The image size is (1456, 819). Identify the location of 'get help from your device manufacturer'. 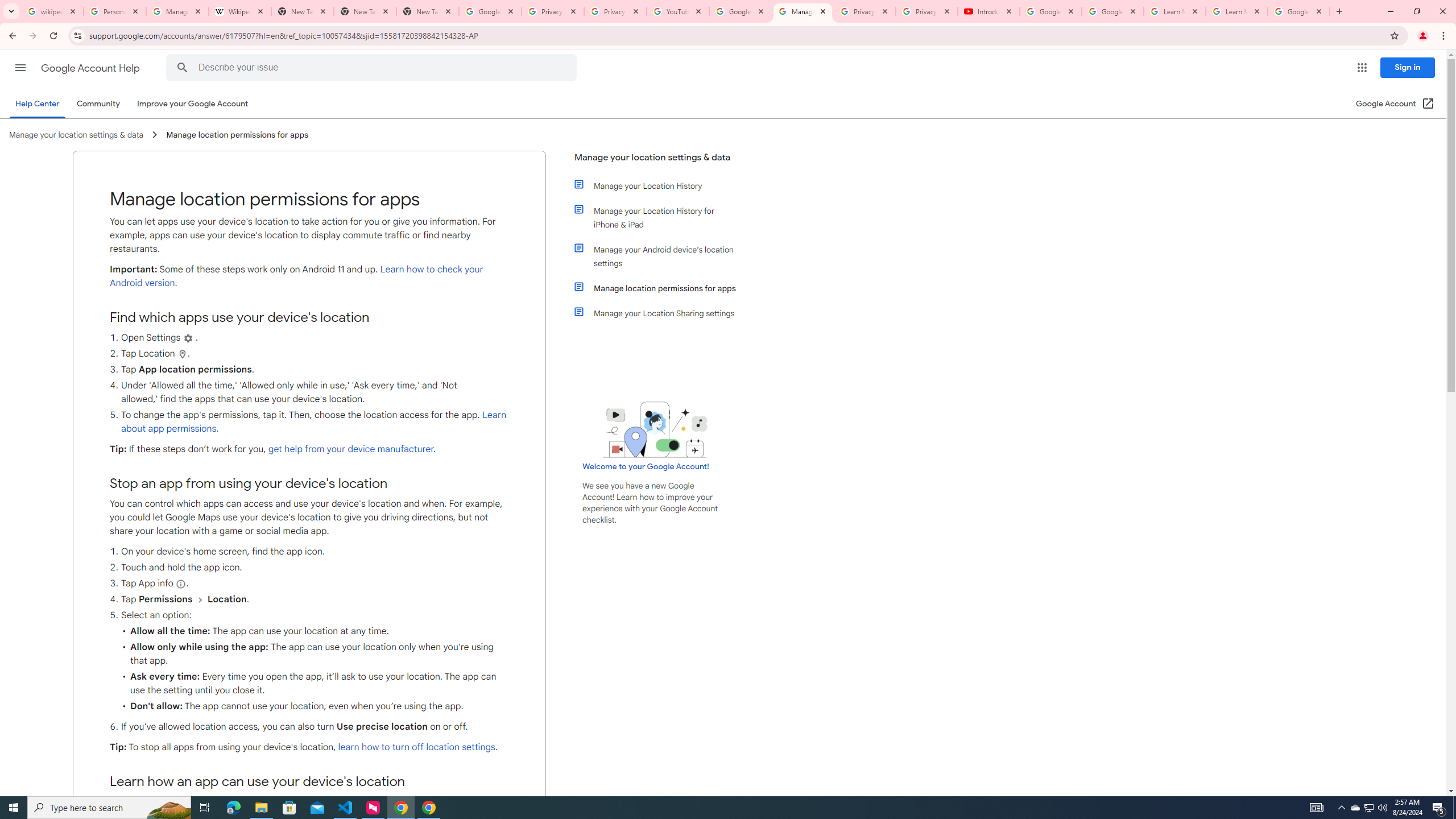
(350, 449).